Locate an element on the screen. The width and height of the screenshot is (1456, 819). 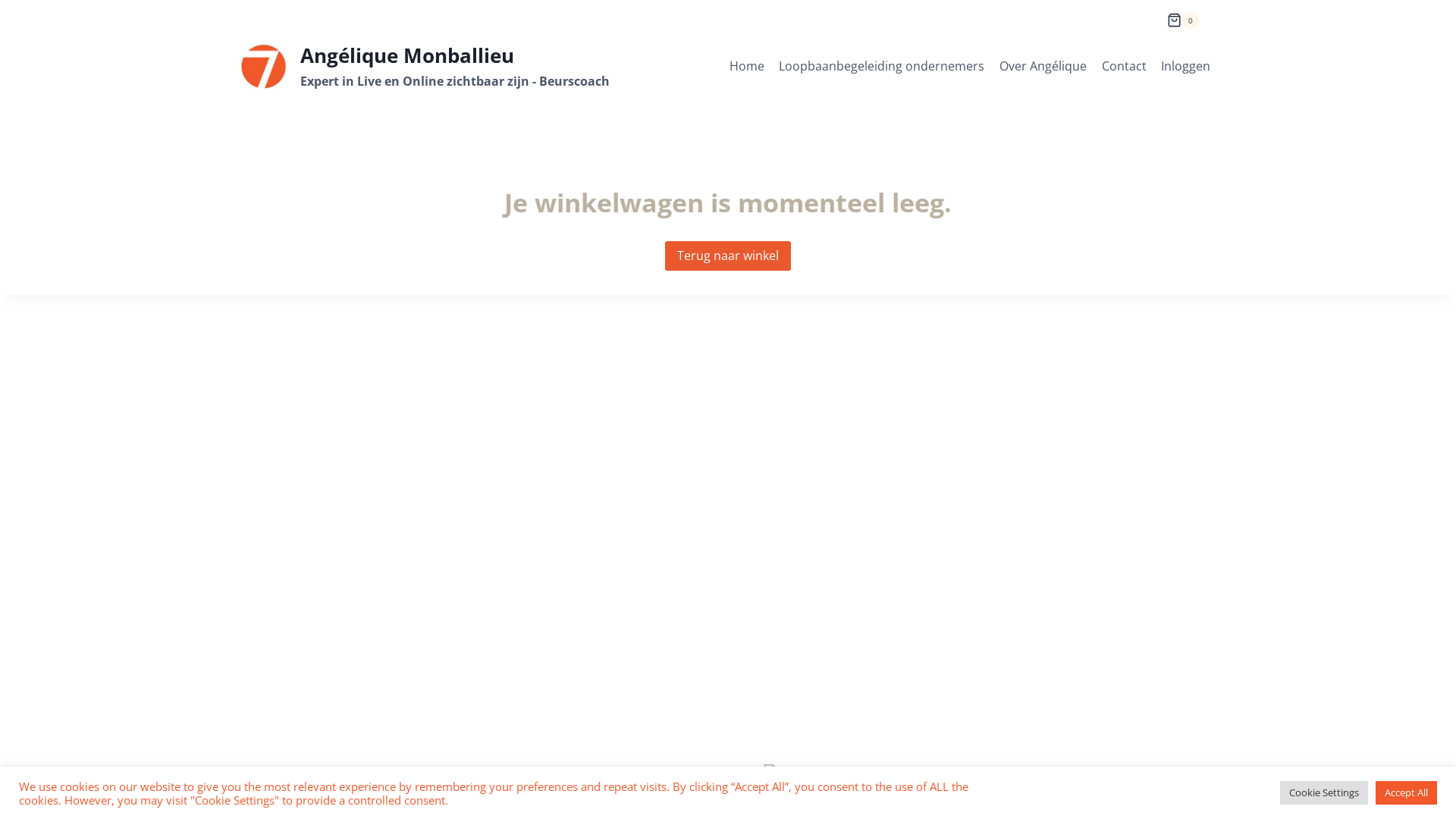
'Cookie Settings' is located at coordinates (1323, 792).